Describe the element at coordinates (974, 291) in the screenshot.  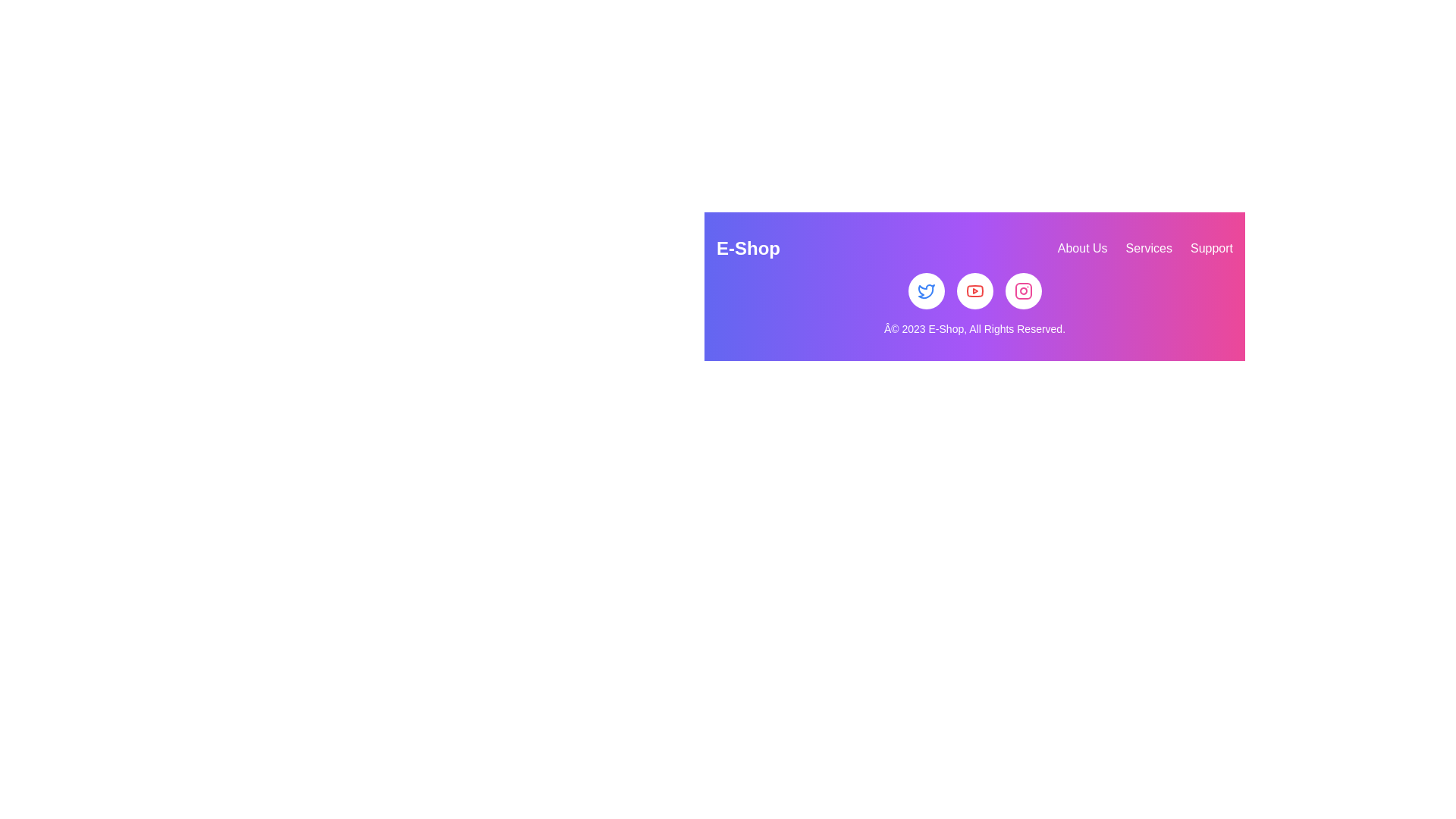
I see `the rounded white background button with a red YouTube icon and play symbol, which is the second button from the left in the social media icons group` at that location.